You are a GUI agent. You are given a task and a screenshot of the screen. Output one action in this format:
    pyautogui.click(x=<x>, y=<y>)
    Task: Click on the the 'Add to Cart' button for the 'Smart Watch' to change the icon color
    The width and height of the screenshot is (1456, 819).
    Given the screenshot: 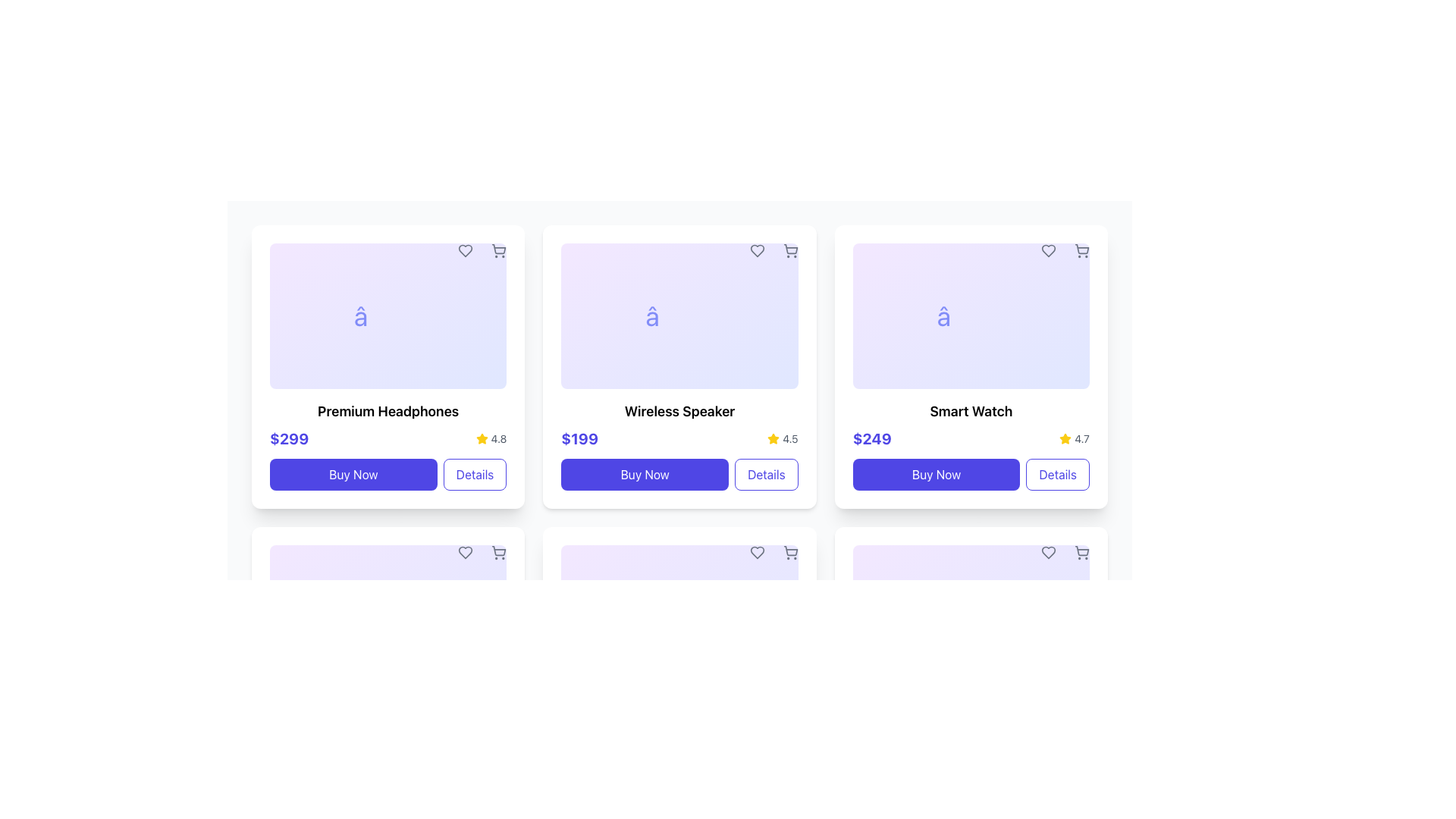 What is the action you would take?
    pyautogui.click(x=1081, y=250)
    